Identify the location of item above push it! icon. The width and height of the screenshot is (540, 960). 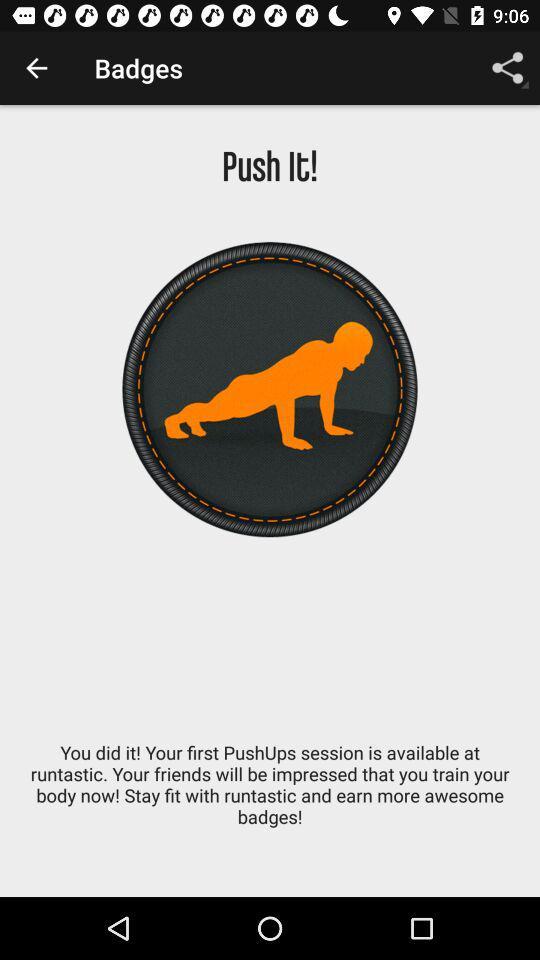
(508, 68).